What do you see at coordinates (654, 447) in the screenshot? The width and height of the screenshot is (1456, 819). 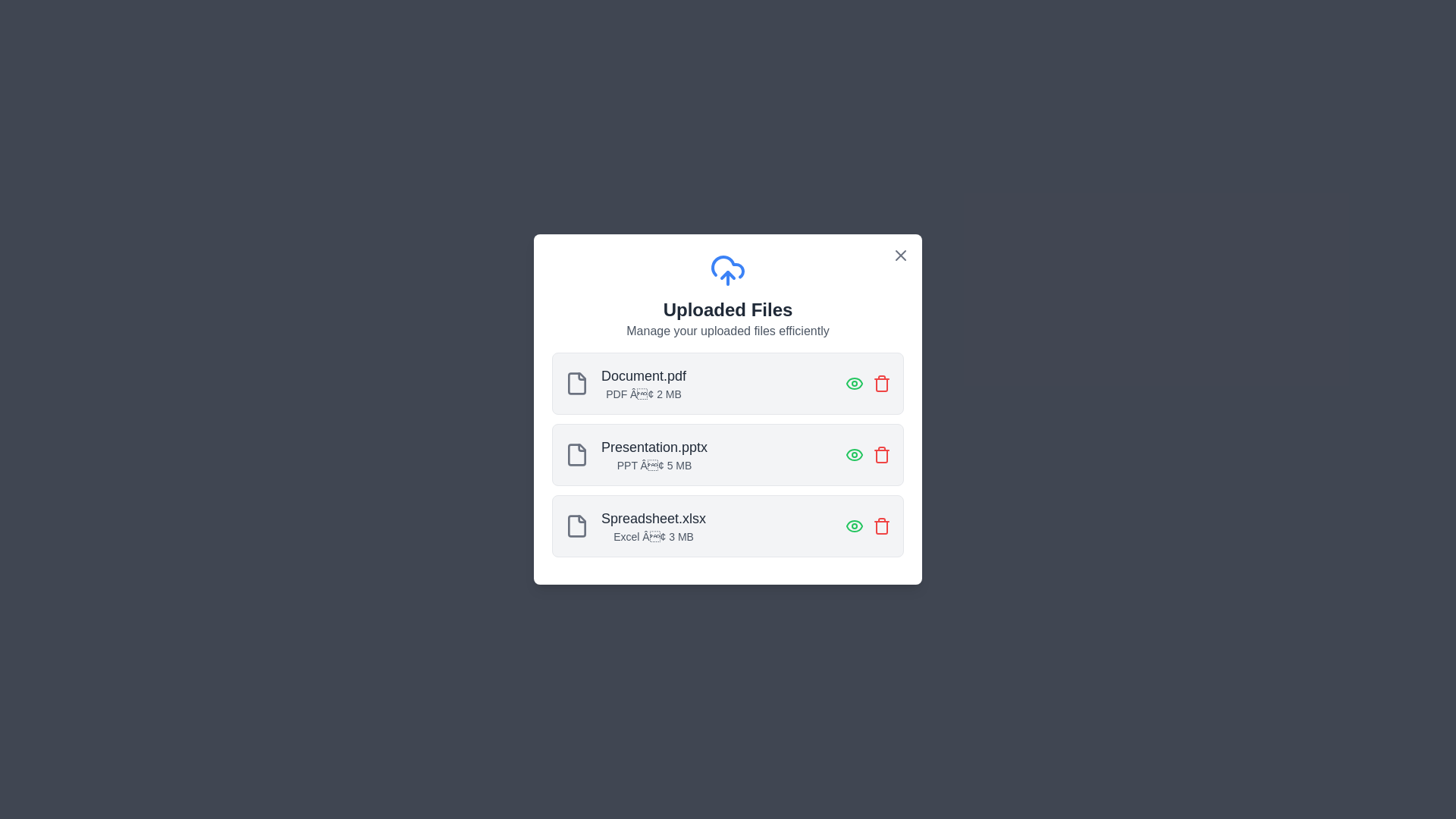 I see `the text label identifying the file 'Presentation.pptx' in the list of uploaded files` at bounding box center [654, 447].